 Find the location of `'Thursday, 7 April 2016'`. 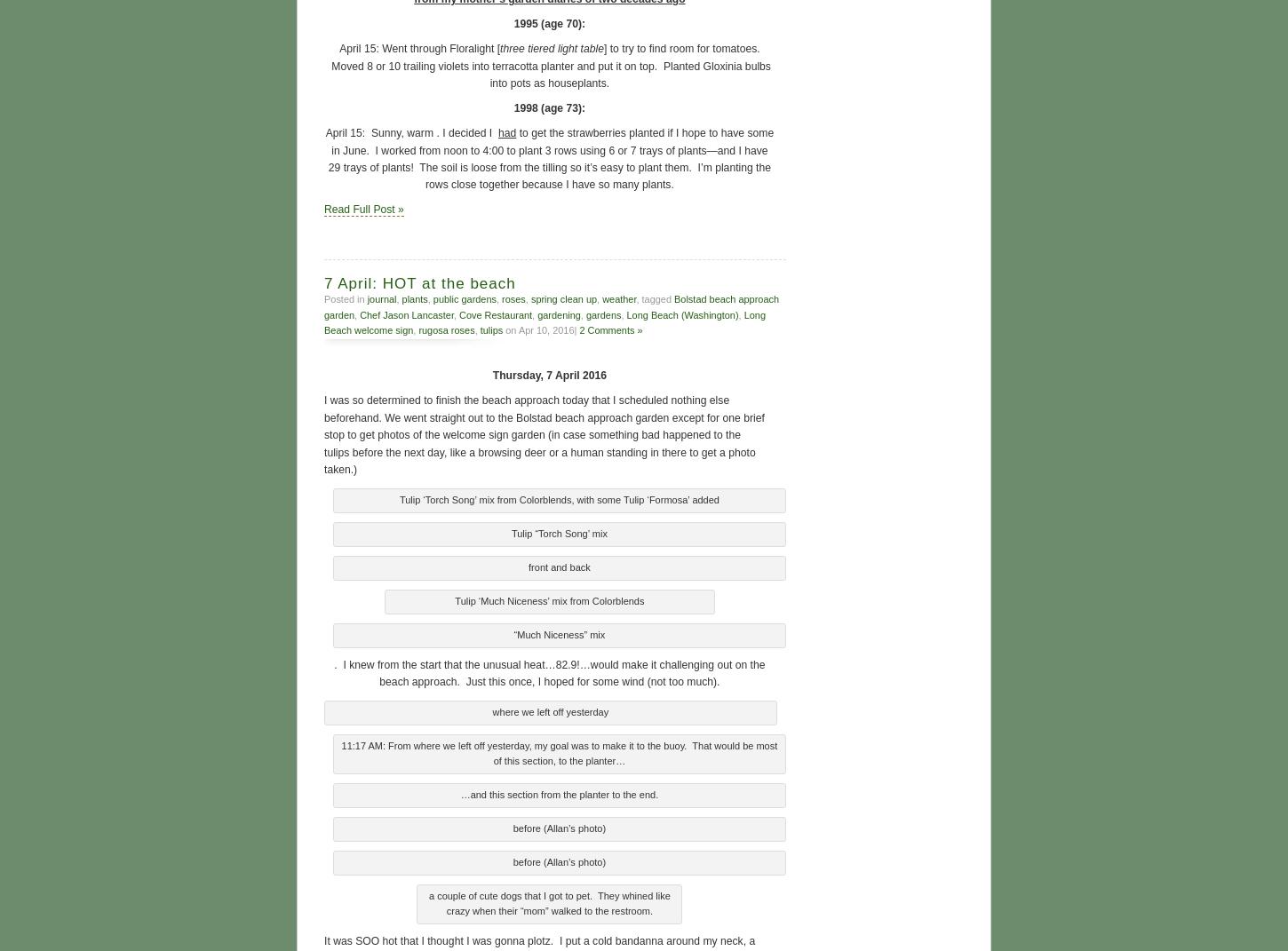

'Thursday, 7 April 2016' is located at coordinates (548, 374).